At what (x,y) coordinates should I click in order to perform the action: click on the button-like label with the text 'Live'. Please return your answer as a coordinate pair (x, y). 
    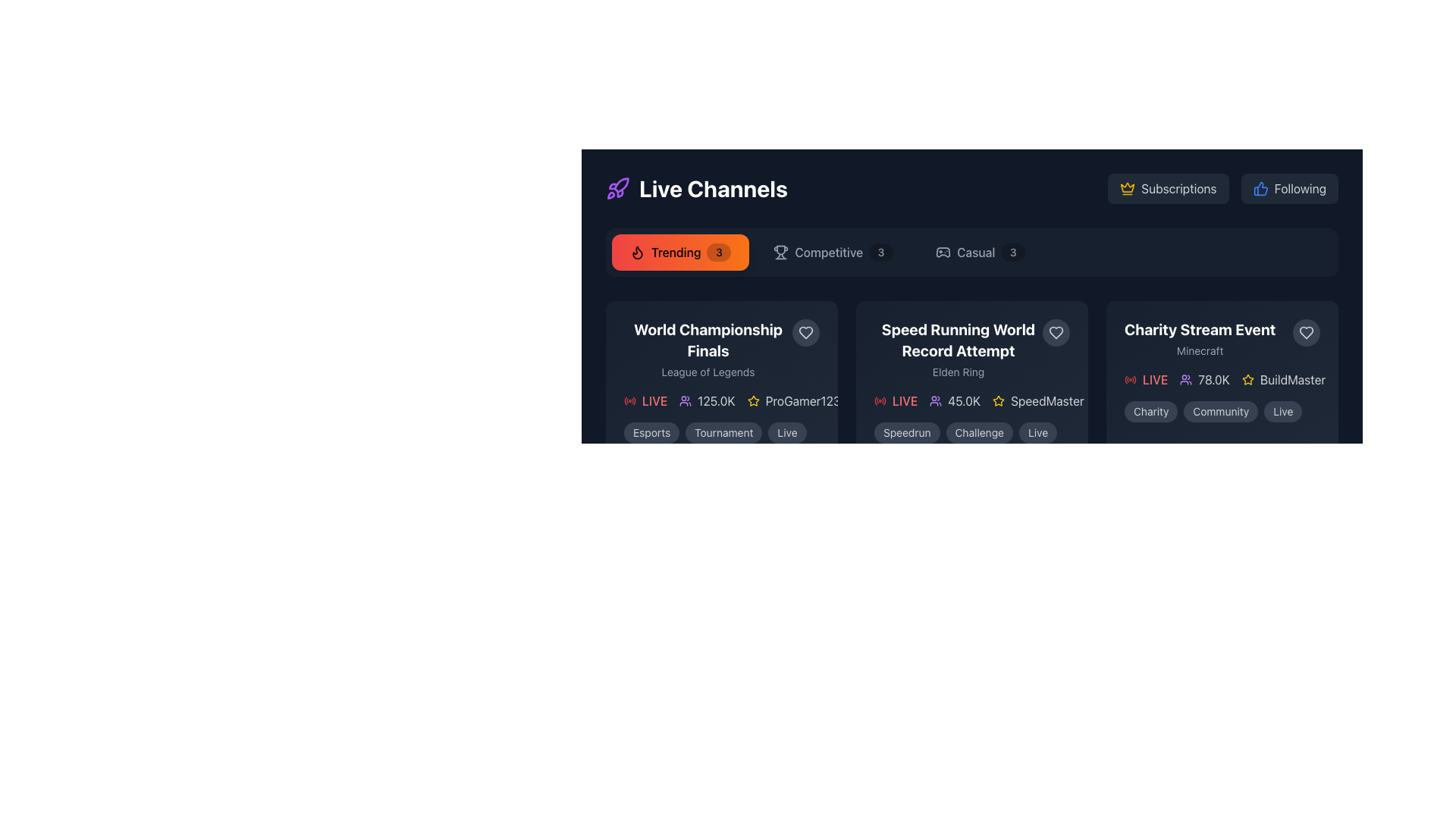
    Looking at the image, I should click on (787, 432).